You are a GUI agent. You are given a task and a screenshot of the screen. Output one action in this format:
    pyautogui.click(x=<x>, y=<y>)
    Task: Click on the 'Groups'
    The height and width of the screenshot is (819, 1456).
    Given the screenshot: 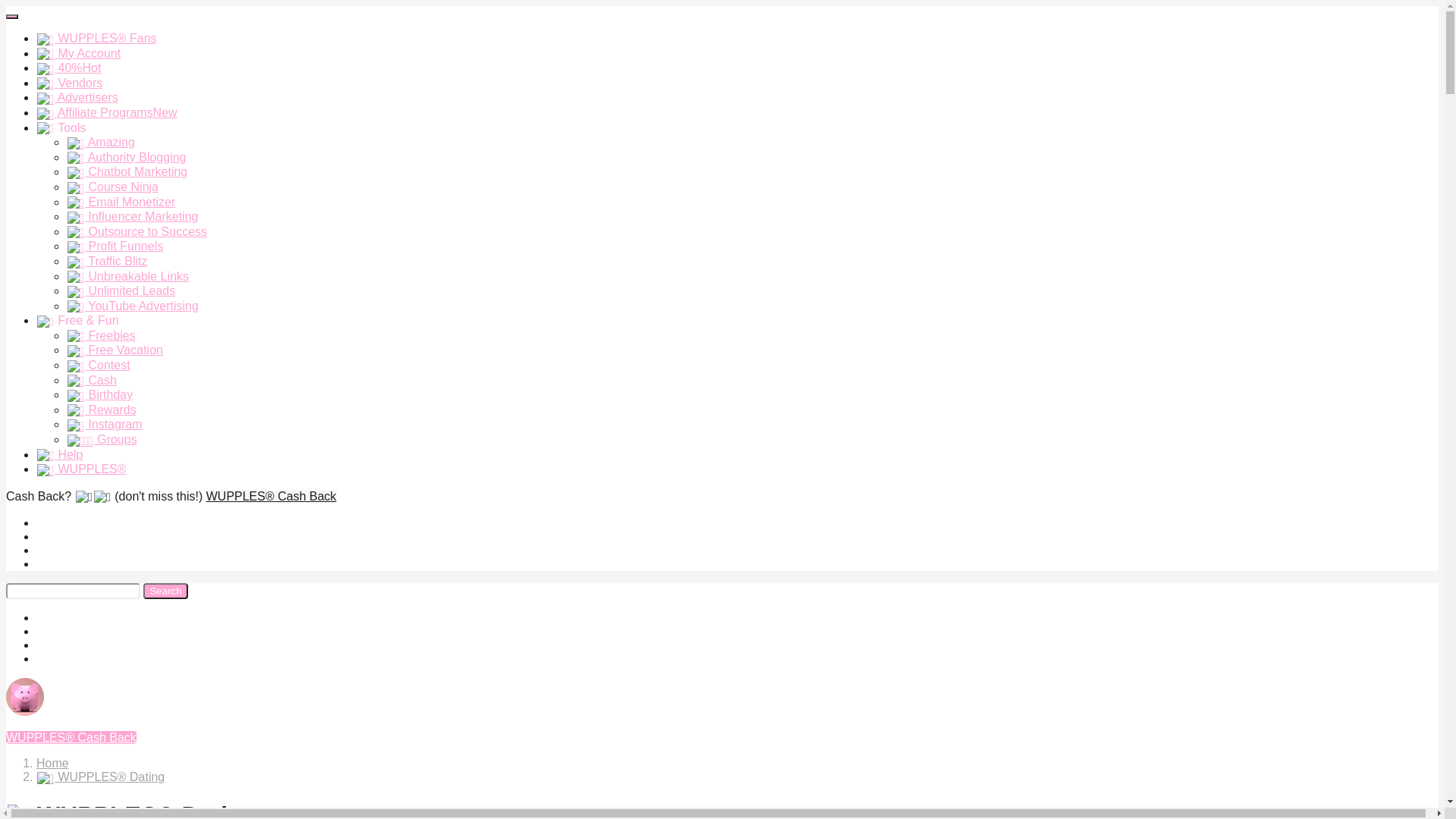 What is the action you would take?
    pyautogui.click(x=101, y=439)
    